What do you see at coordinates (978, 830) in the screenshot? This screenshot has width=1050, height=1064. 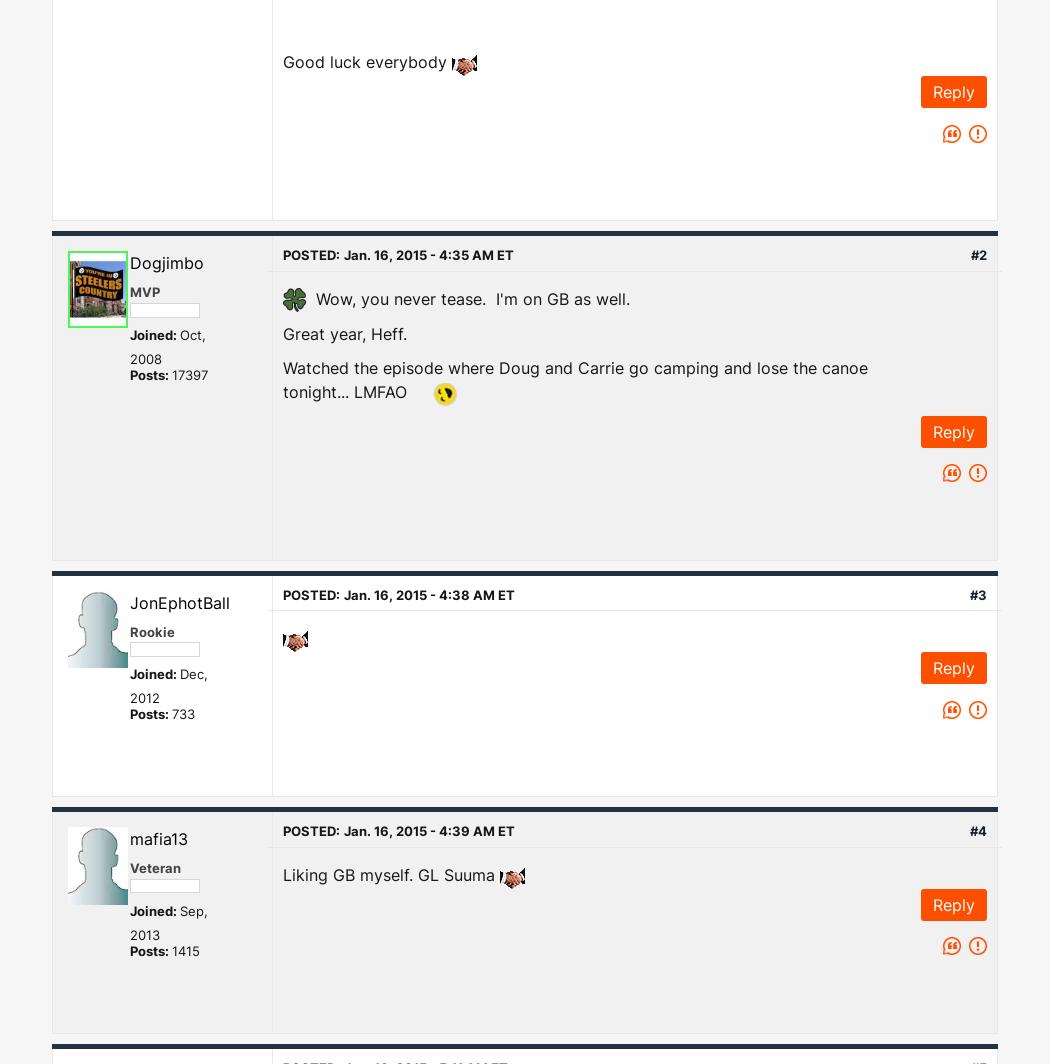 I see `'#4'` at bounding box center [978, 830].